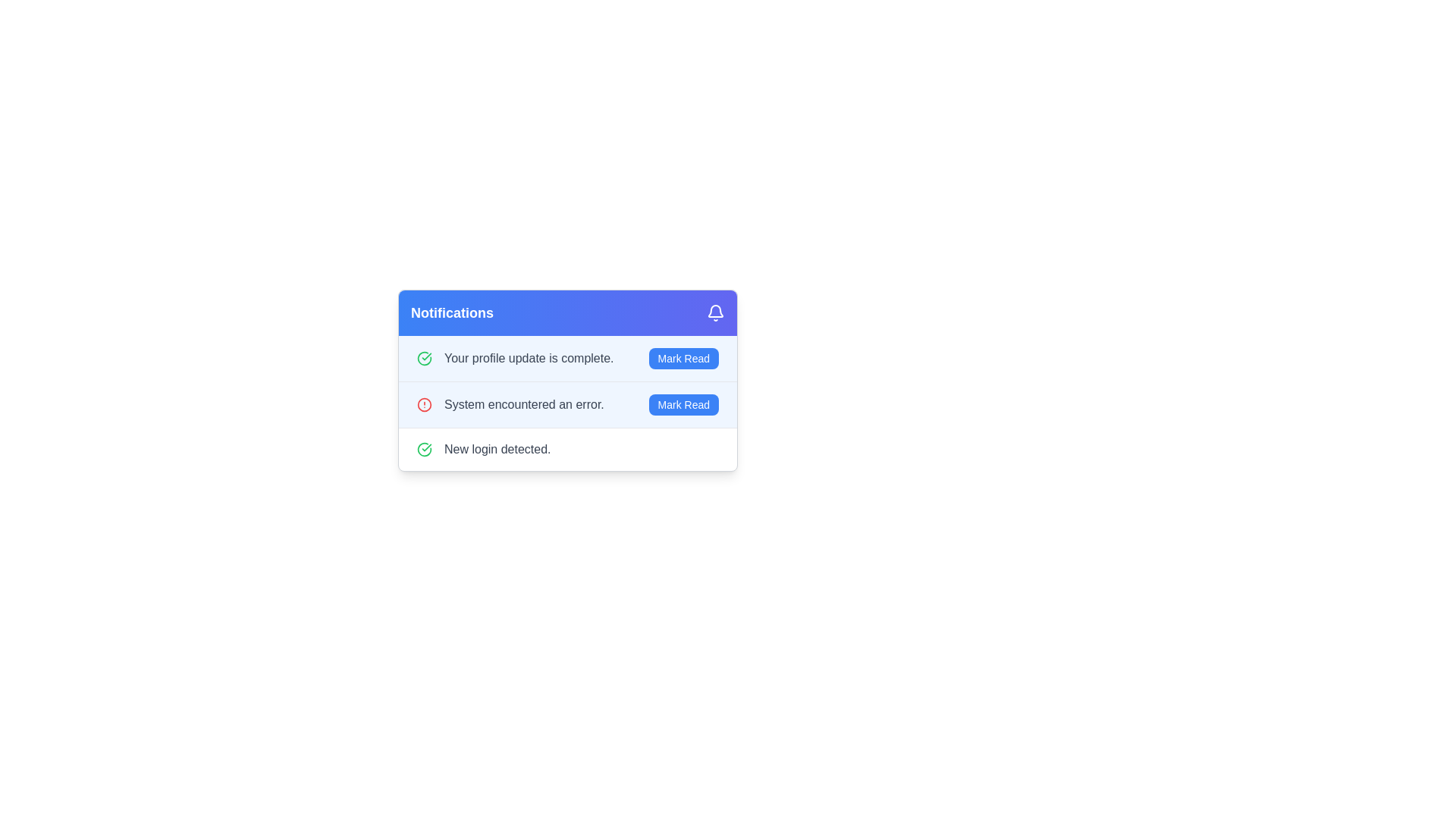 Image resolution: width=1456 pixels, height=819 pixels. I want to click on notification message that indicates the successful completion of the profile update, positioned in the notification list under 'Notifications', so click(529, 359).